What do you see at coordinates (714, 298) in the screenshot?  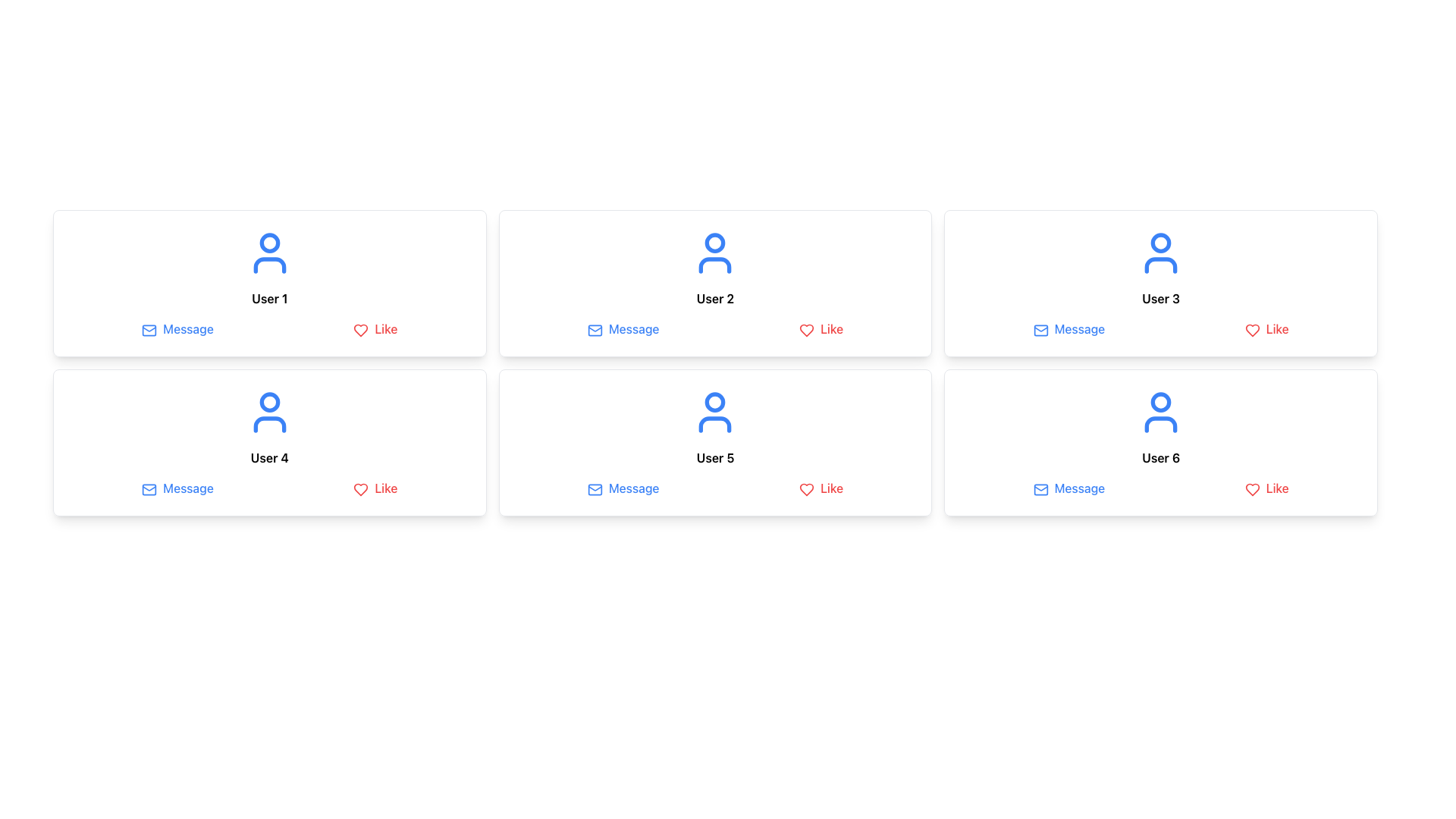 I see `text label displaying the username or identifier of the associated user, located in the second card of the grid layout beneath the person icon` at bounding box center [714, 298].